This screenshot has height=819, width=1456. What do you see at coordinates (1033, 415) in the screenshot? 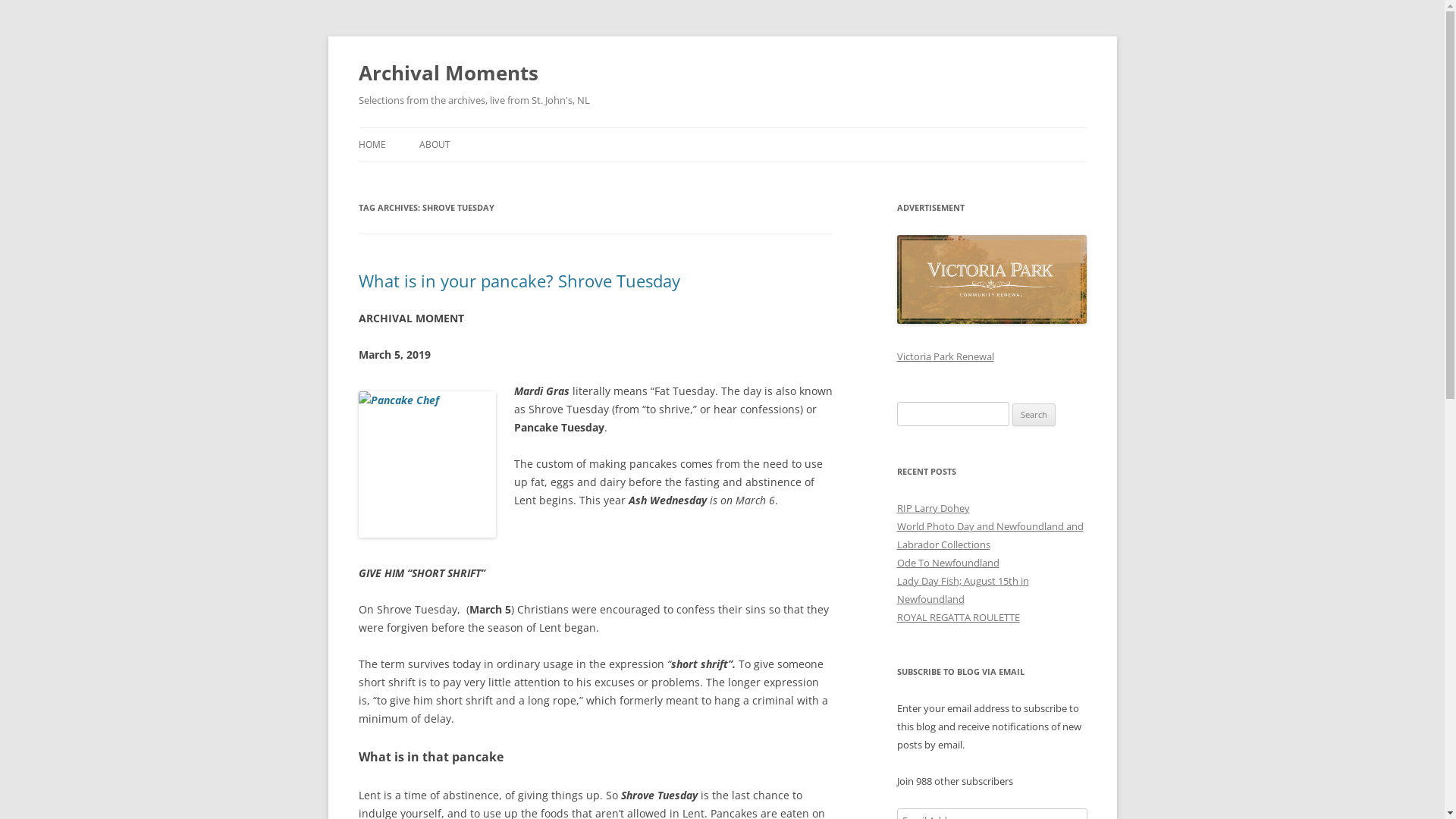
I see `'Search'` at bounding box center [1033, 415].